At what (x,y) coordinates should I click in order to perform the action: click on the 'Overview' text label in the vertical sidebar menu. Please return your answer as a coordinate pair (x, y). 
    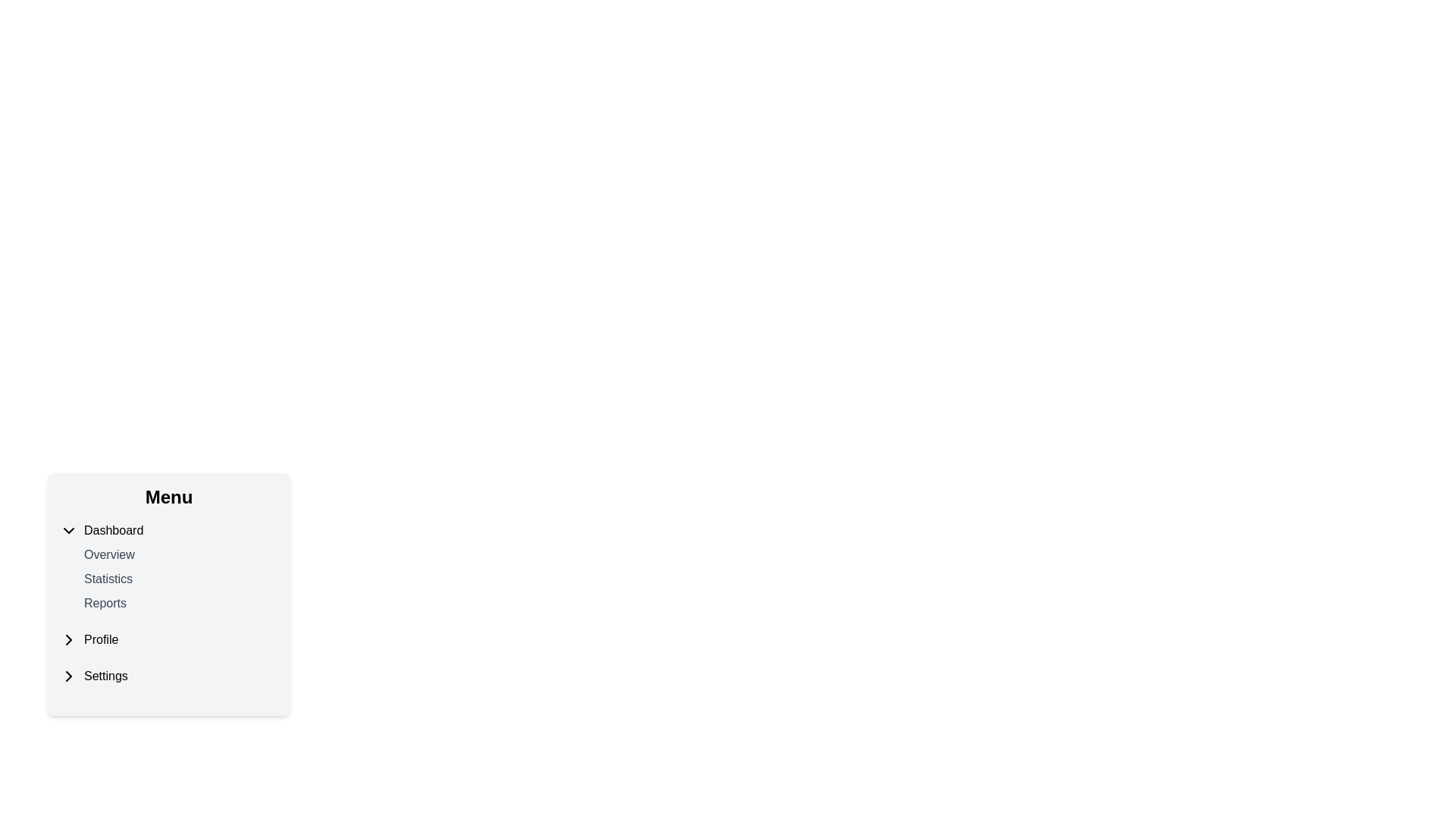
    Looking at the image, I should click on (108, 555).